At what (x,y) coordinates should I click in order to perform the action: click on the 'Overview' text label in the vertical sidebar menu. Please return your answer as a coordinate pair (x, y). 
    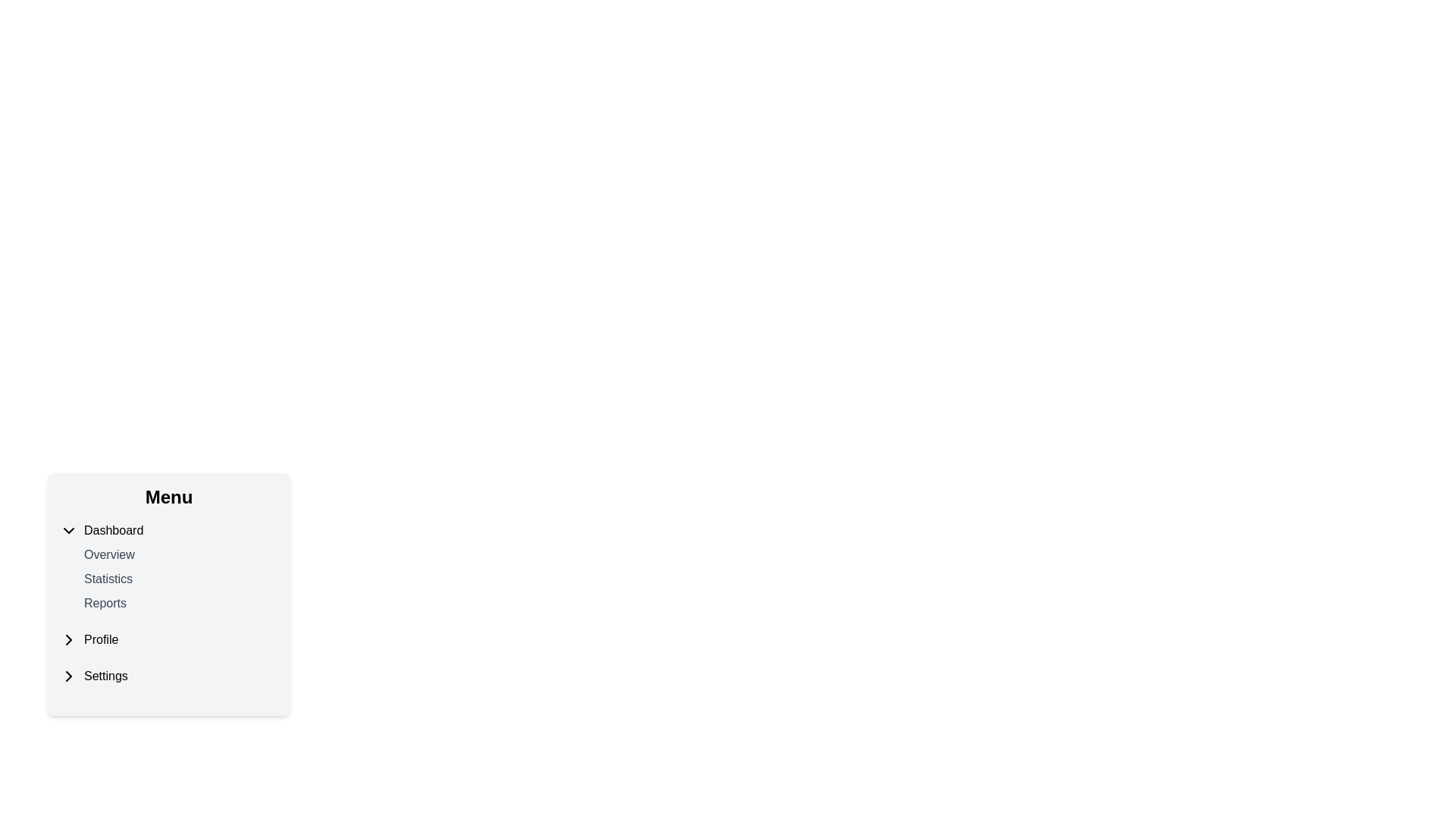
    Looking at the image, I should click on (108, 555).